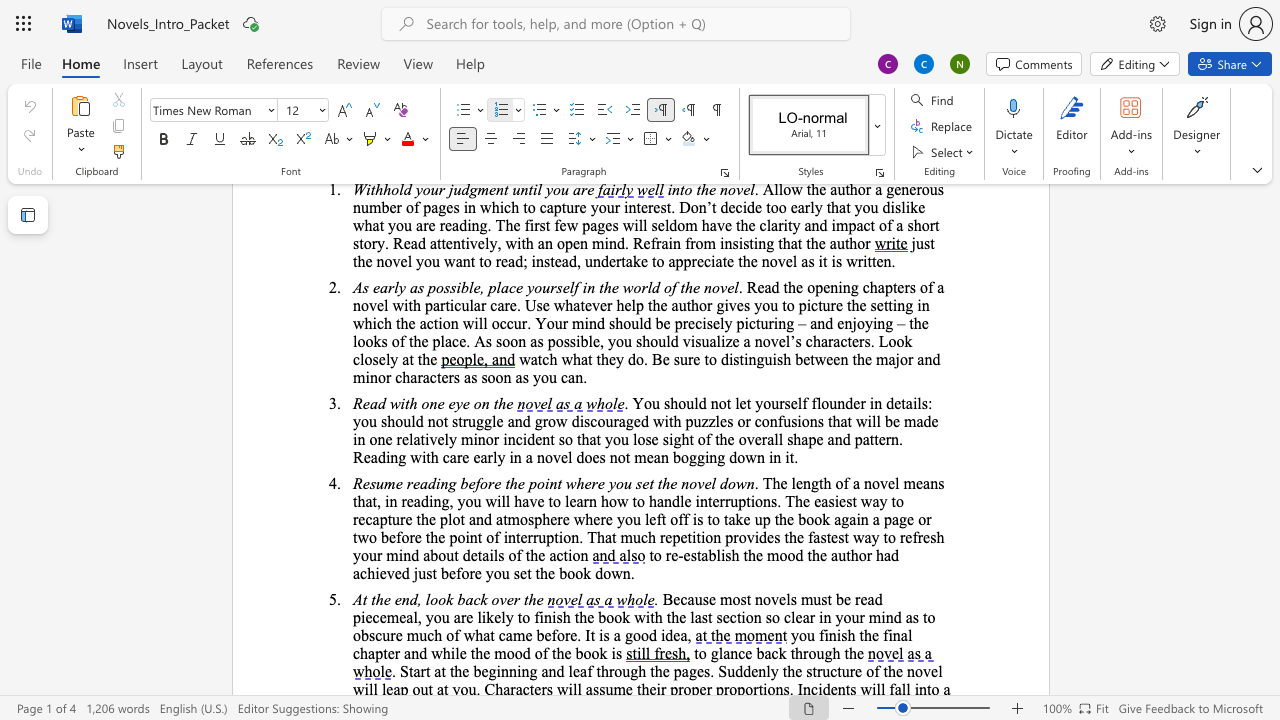  What do you see at coordinates (410, 438) in the screenshot?
I see `the 1th character "l" in the text` at bounding box center [410, 438].